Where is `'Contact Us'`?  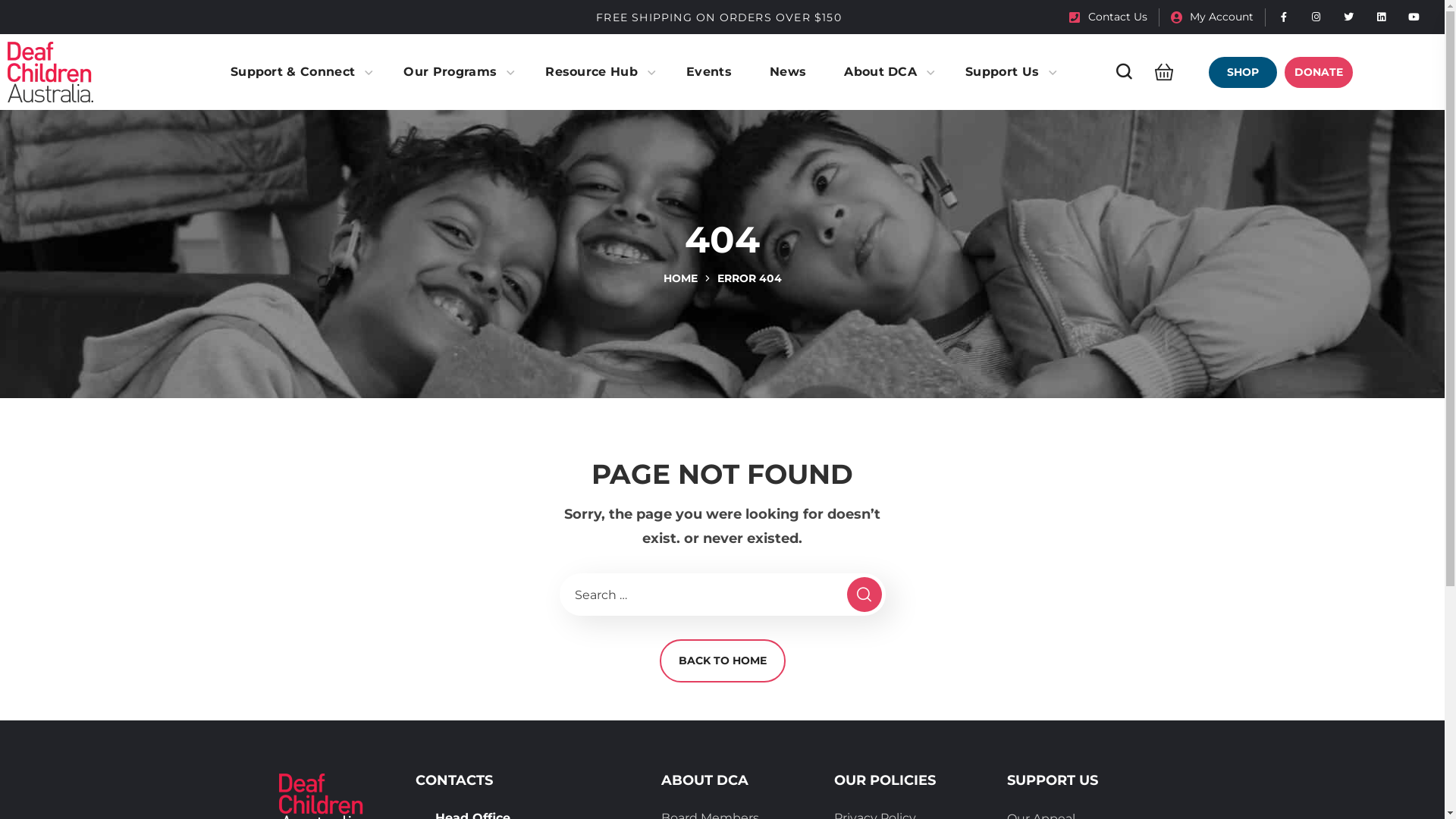
'Contact Us' is located at coordinates (1108, 17).